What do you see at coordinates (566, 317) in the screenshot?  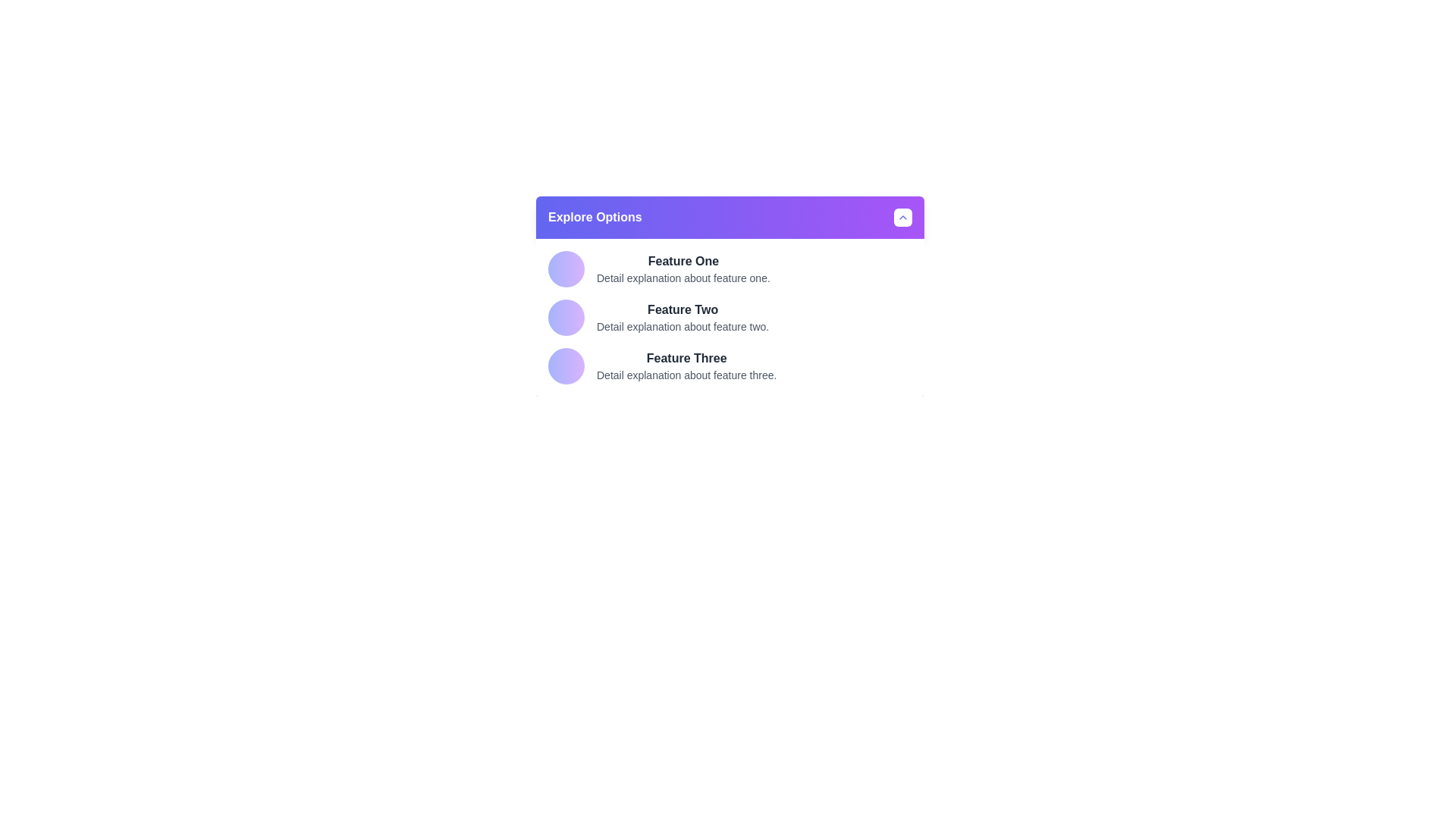 I see `the circular decorative element with a gradient fill transitioning from indigo to purple, located to the left of 'Feature Two'` at bounding box center [566, 317].